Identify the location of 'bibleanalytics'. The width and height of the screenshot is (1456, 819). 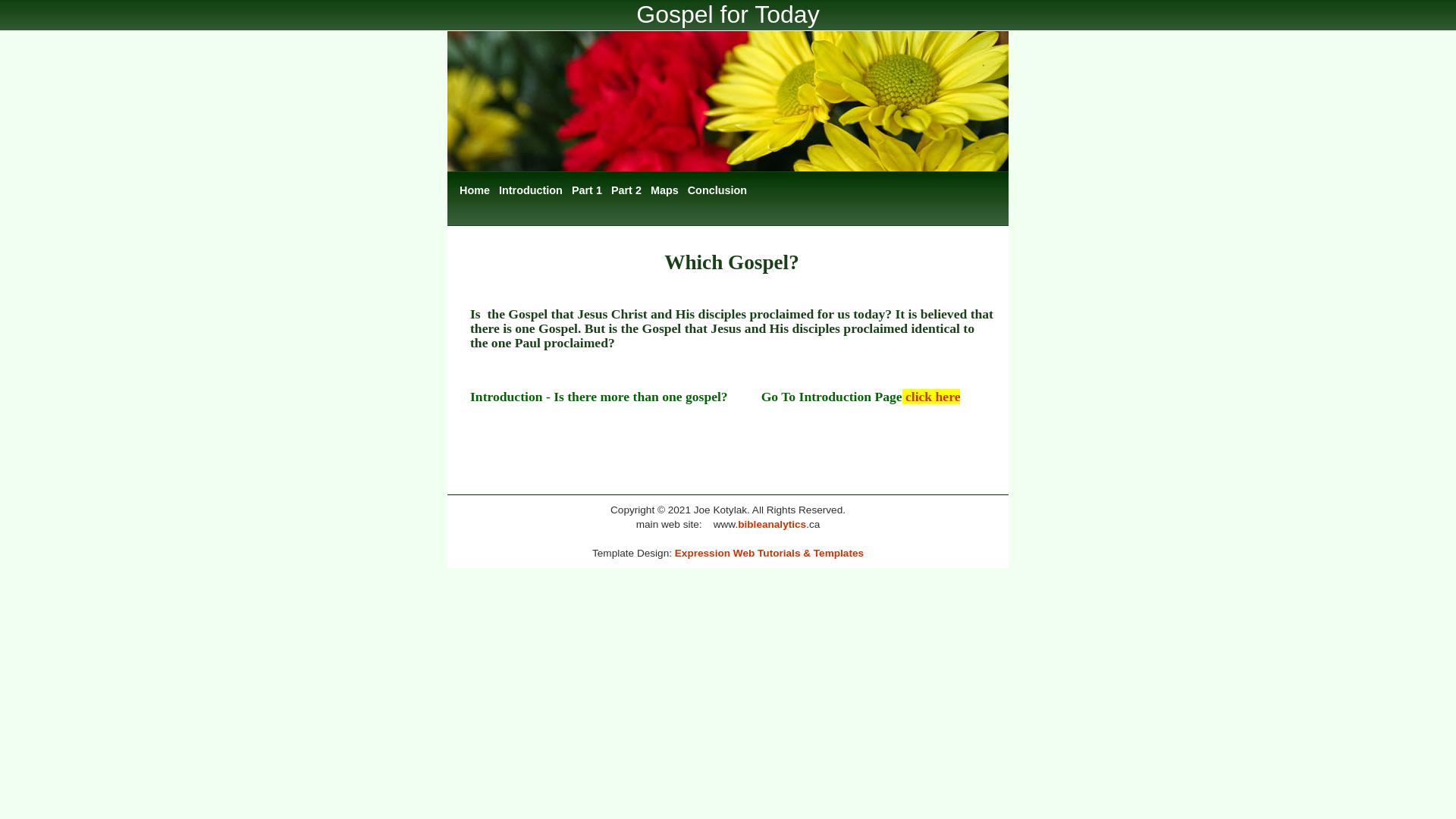
(771, 523).